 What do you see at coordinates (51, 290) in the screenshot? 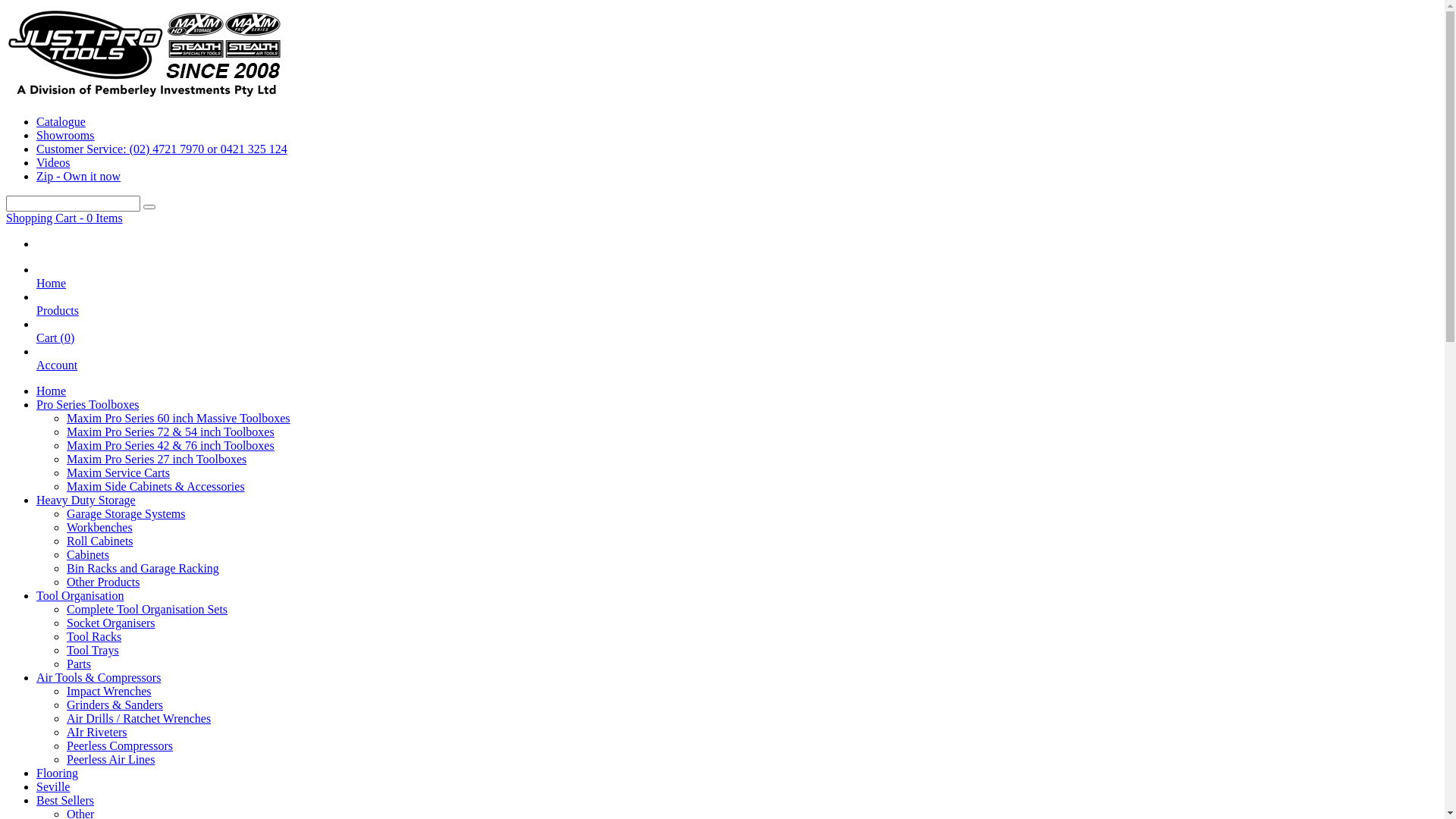
I see `'Home'` at bounding box center [51, 290].